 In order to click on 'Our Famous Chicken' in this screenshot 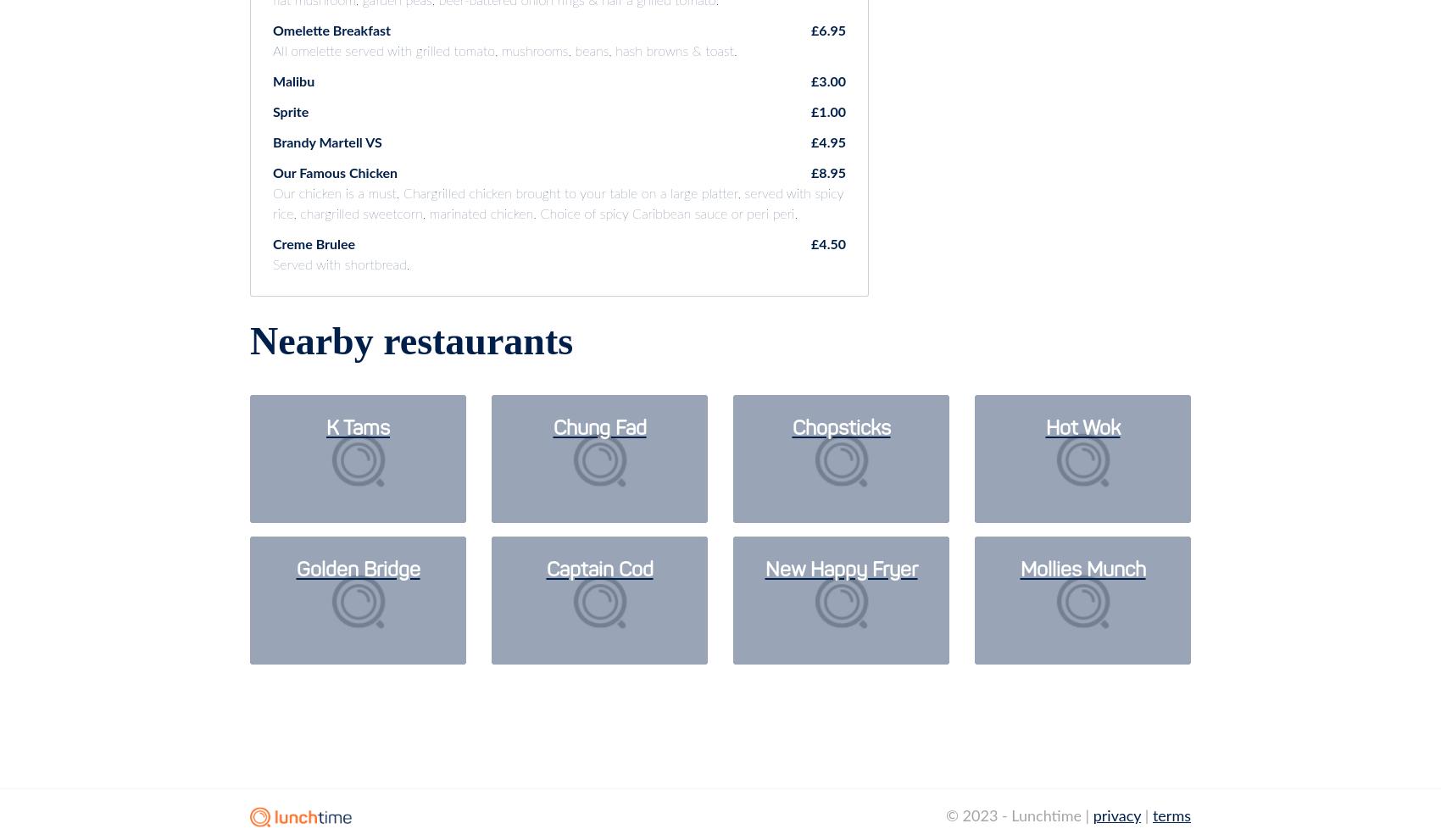, I will do `click(334, 172)`.